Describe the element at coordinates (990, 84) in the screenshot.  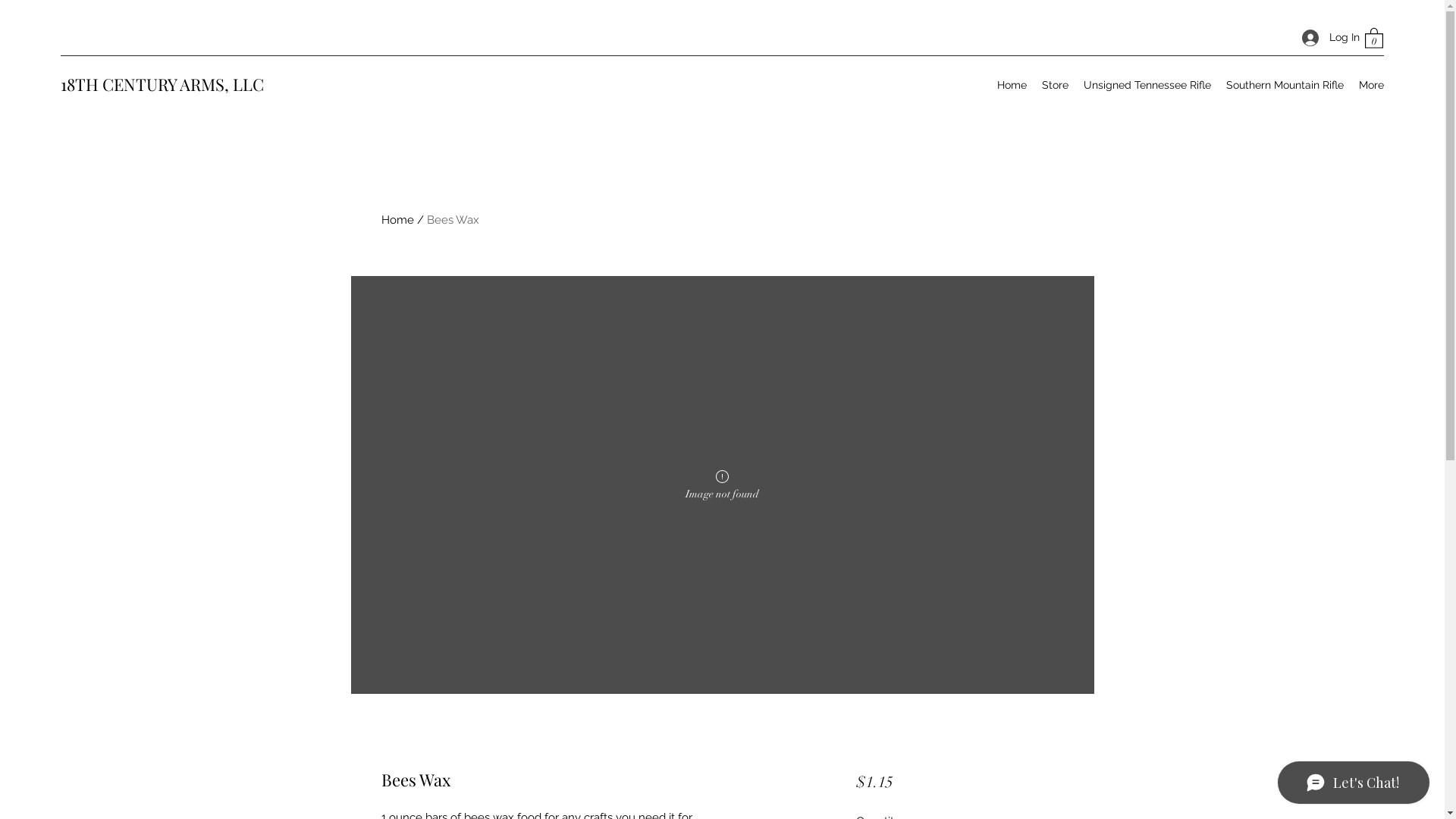
I see `'Home'` at that location.